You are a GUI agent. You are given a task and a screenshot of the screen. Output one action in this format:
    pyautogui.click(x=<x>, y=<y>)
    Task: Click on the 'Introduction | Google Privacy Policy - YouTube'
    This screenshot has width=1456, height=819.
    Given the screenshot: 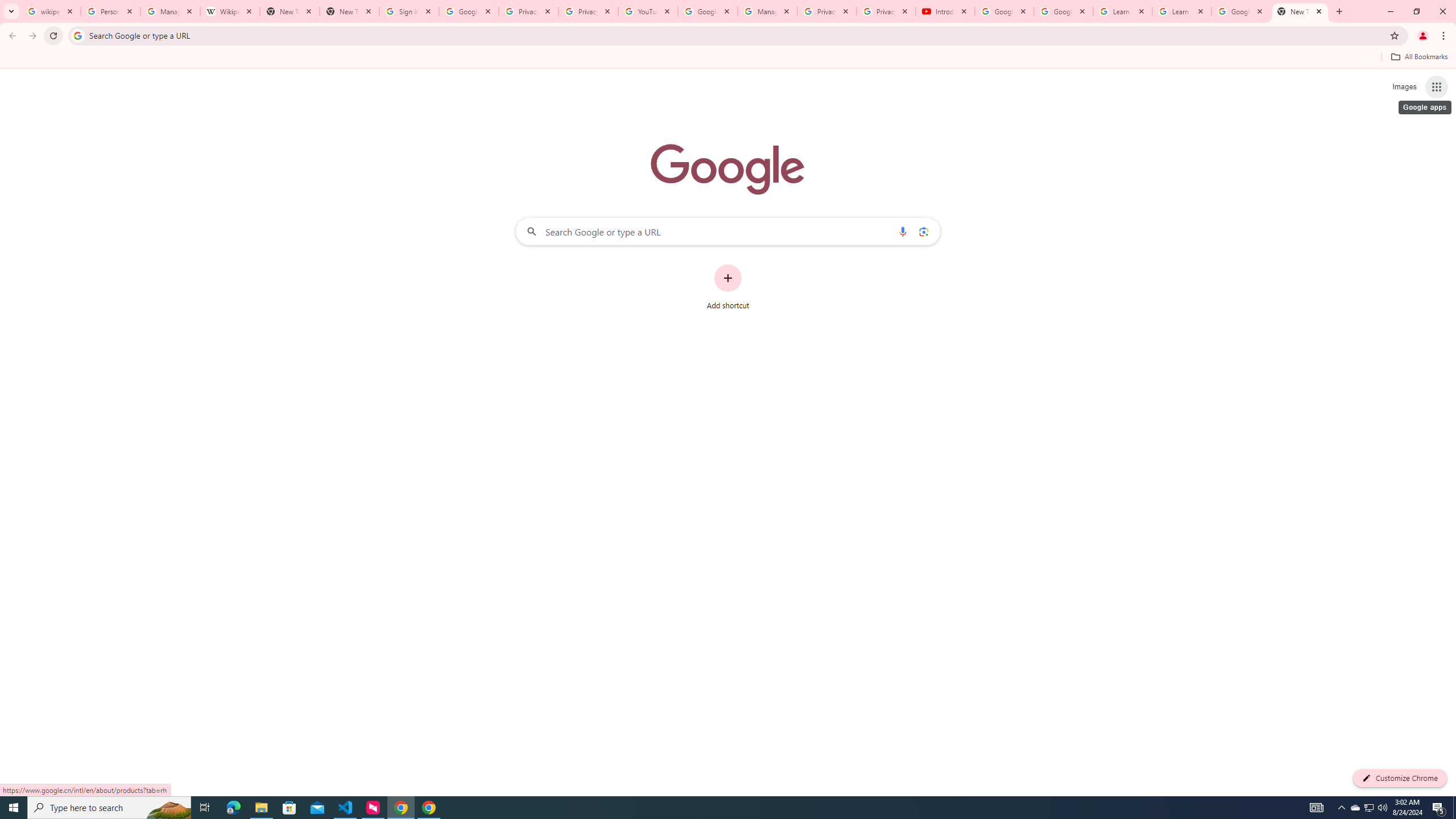 What is the action you would take?
    pyautogui.click(x=944, y=11)
    